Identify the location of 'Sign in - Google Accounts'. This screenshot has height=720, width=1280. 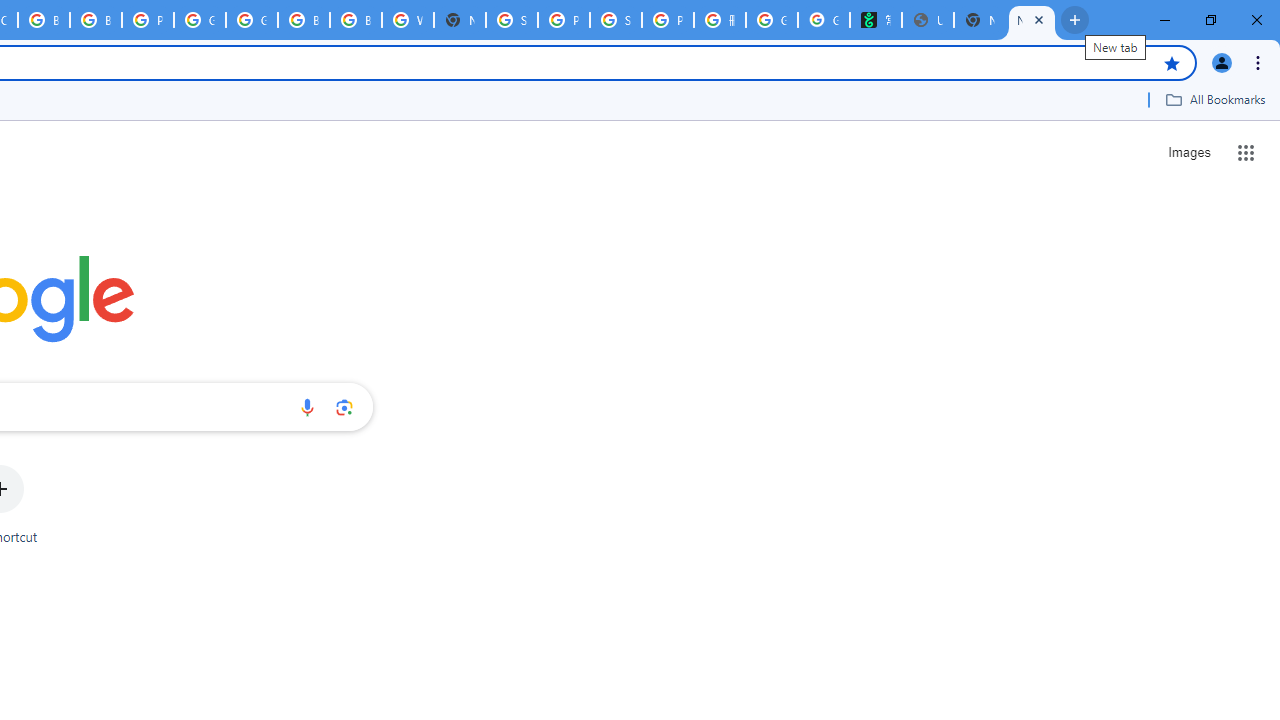
(512, 20).